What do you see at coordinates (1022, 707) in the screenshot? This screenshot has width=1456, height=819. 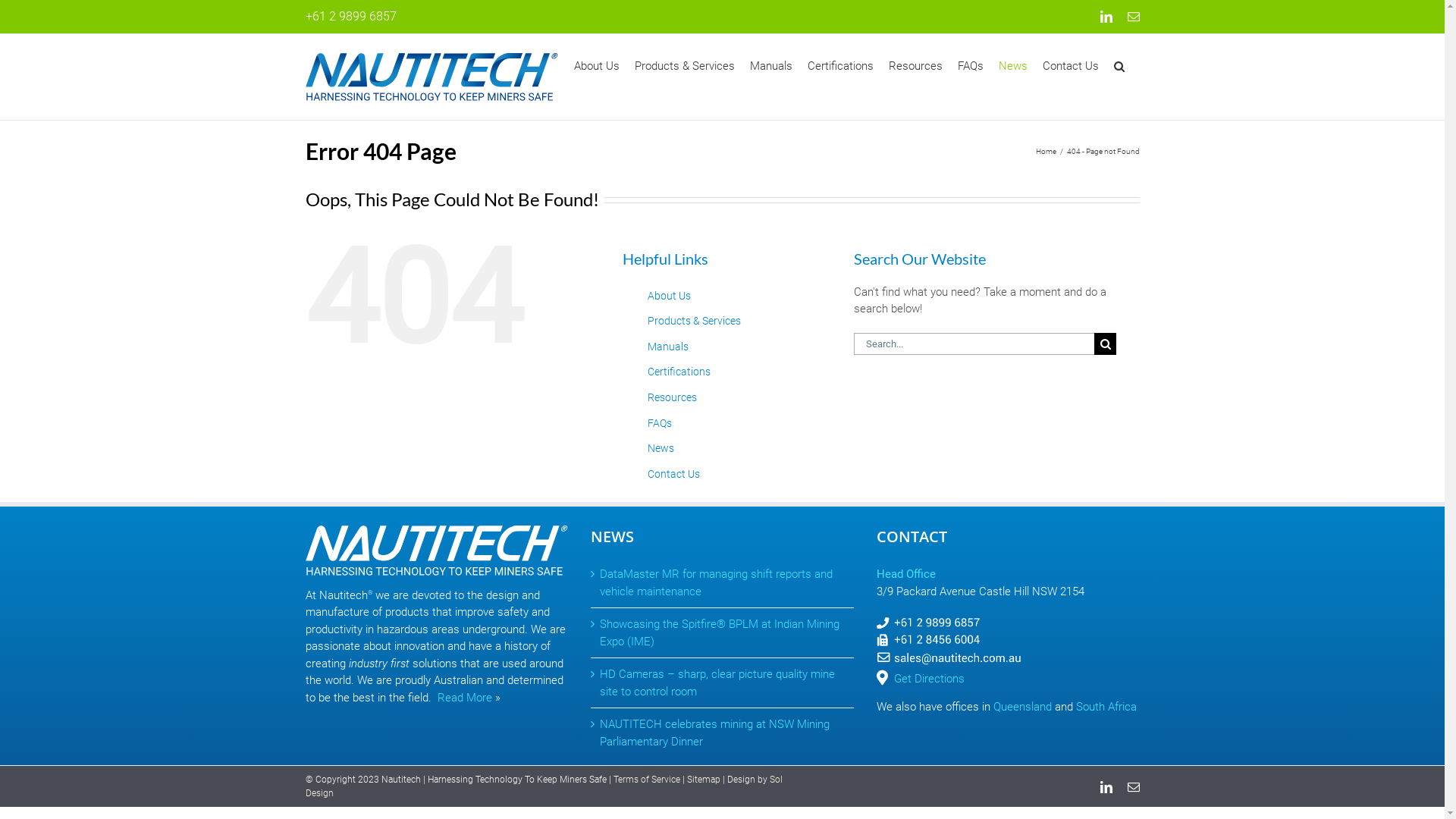 I see `'Queensland'` at bounding box center [1022, 707].